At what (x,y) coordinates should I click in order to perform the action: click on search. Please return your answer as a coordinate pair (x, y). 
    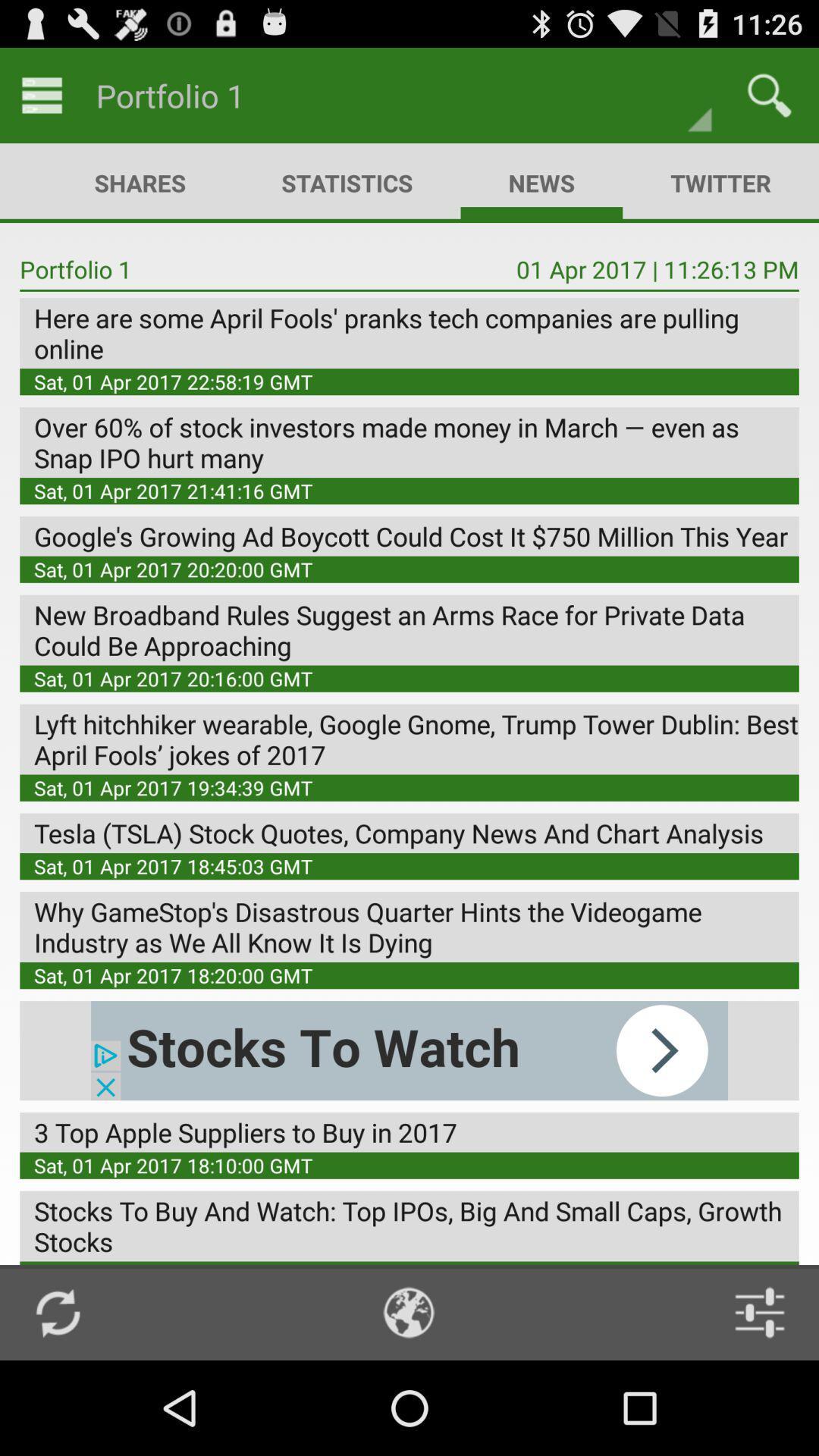
    Looking at the image, I should click on (769, 94).